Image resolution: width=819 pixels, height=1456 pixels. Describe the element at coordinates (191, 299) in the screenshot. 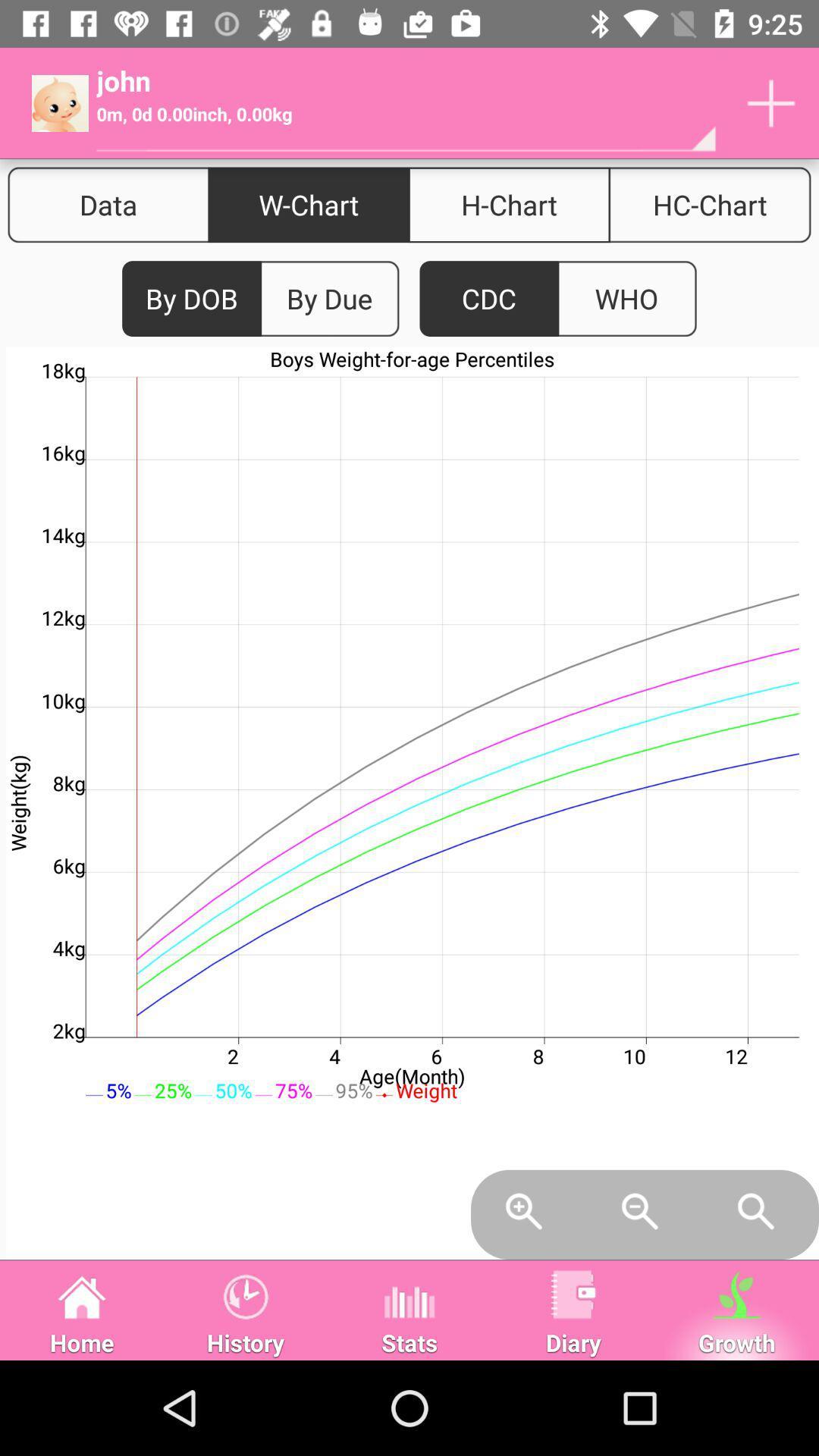

I see `the by dob icon` at that location.